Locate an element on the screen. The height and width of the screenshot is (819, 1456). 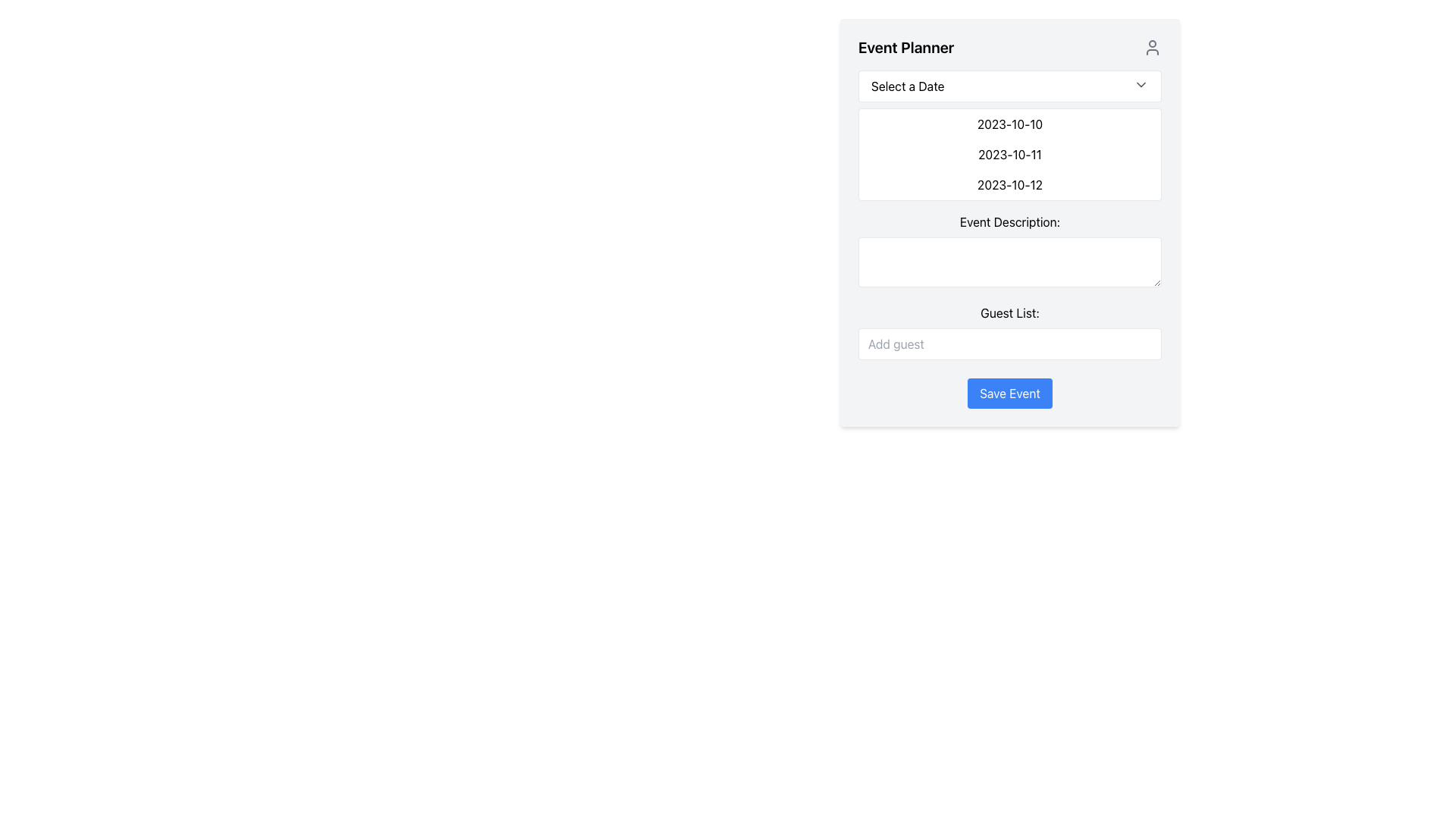
the 'Save' button at the bottom of the 'Event Planner' dialog box is located at coordinates (1009, 393).